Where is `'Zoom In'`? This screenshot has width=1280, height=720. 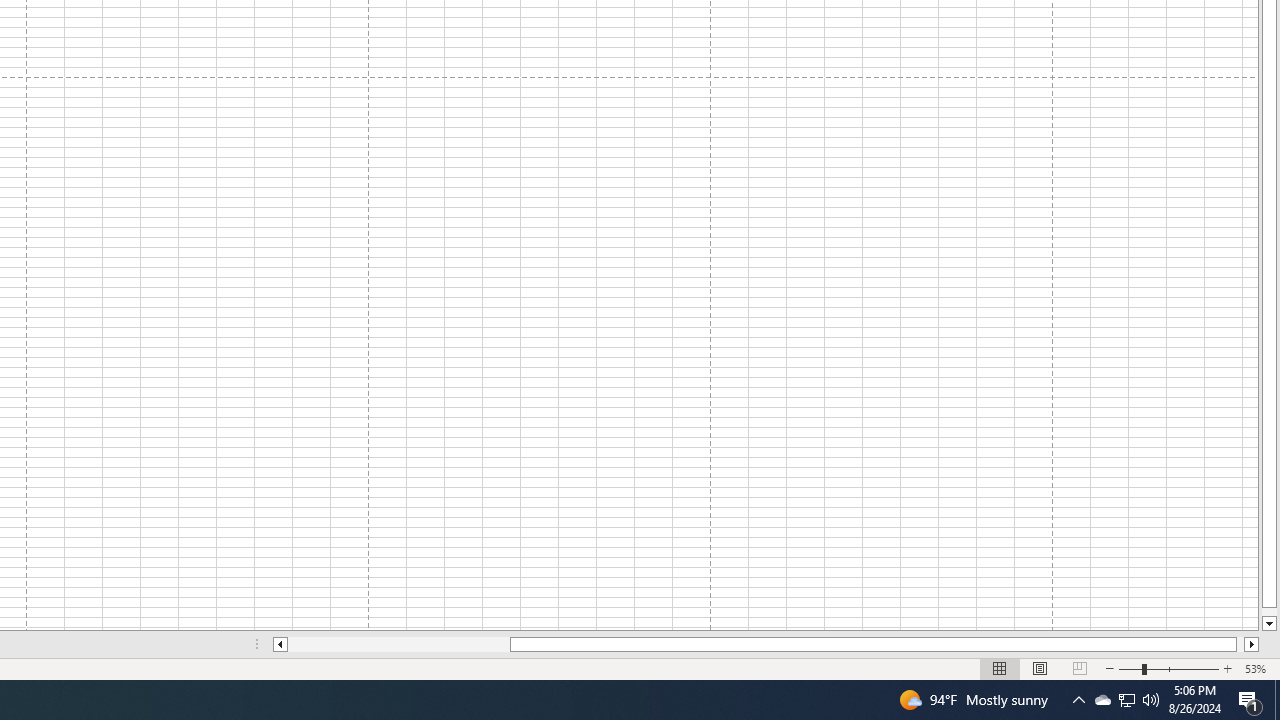 'Zoom In' is located at coordinates (1226, 669).